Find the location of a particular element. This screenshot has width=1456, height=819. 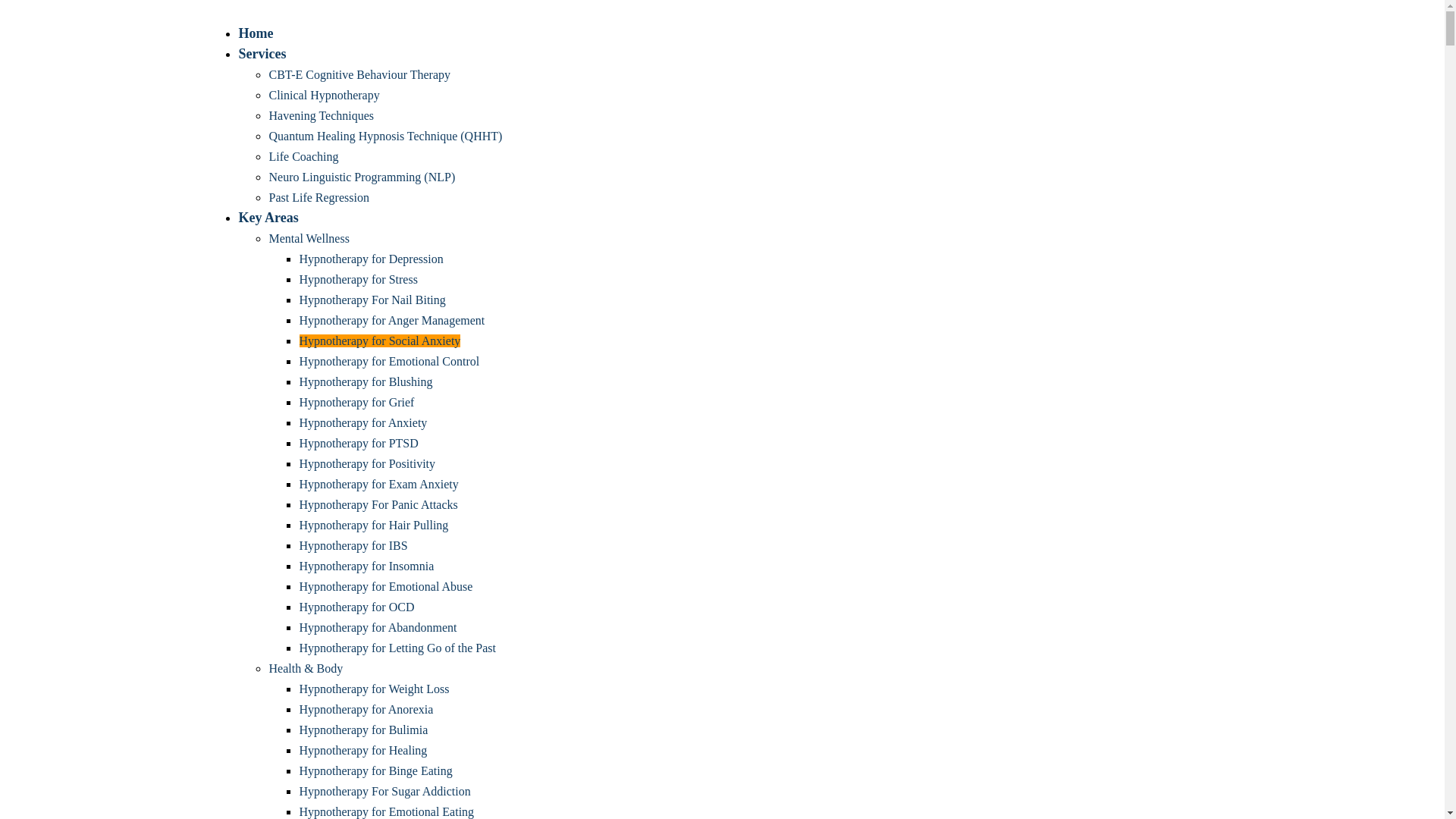

'Past Life Regression' is located at coordinates (268, 196).